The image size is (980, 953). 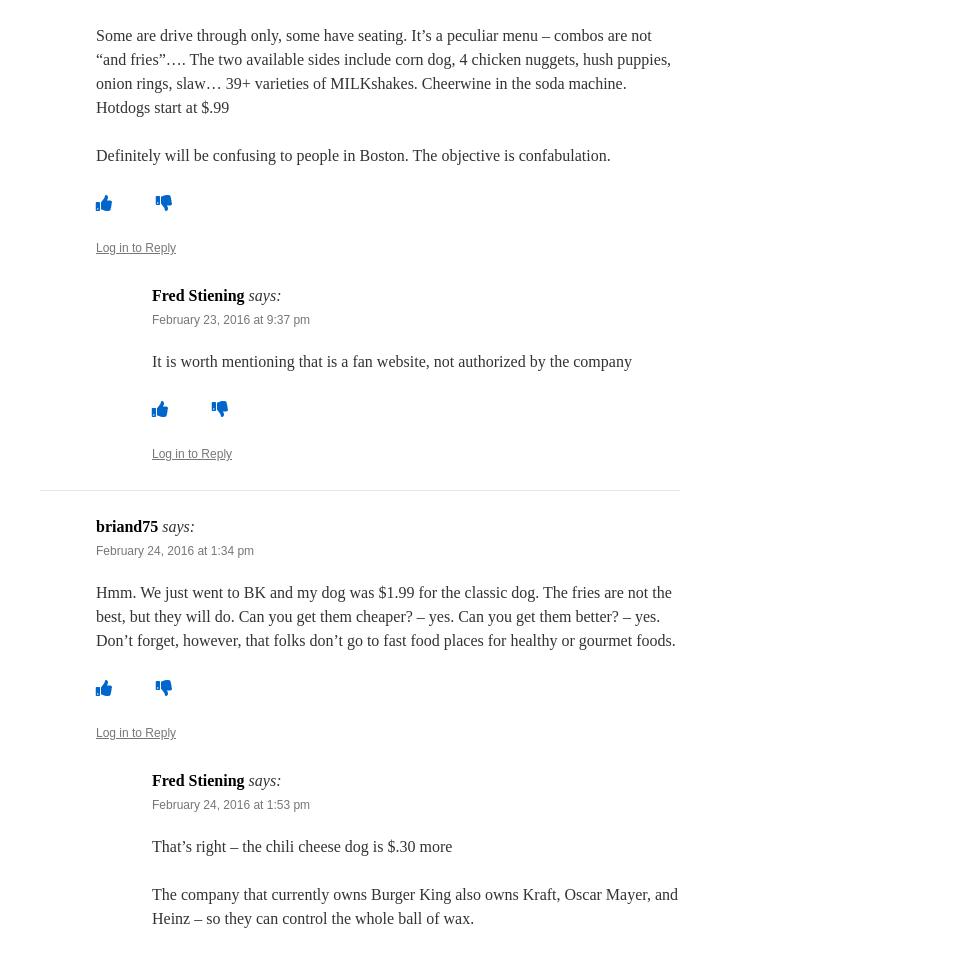 I want to click on 'February 23, 2016 at 9:37 pm', so click(x=151, y=319).